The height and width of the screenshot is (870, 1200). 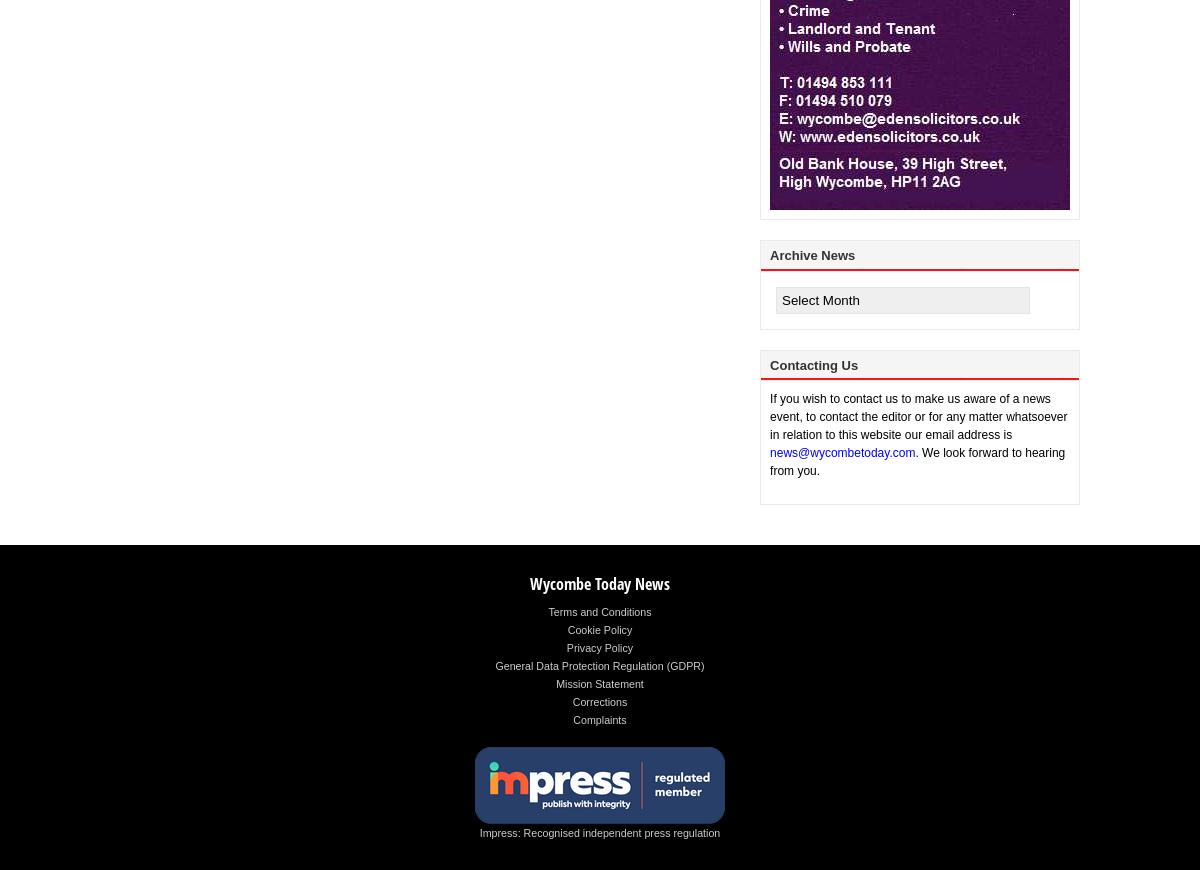 I want to click on 'Privacy Policy', so click(x=598, y=646).